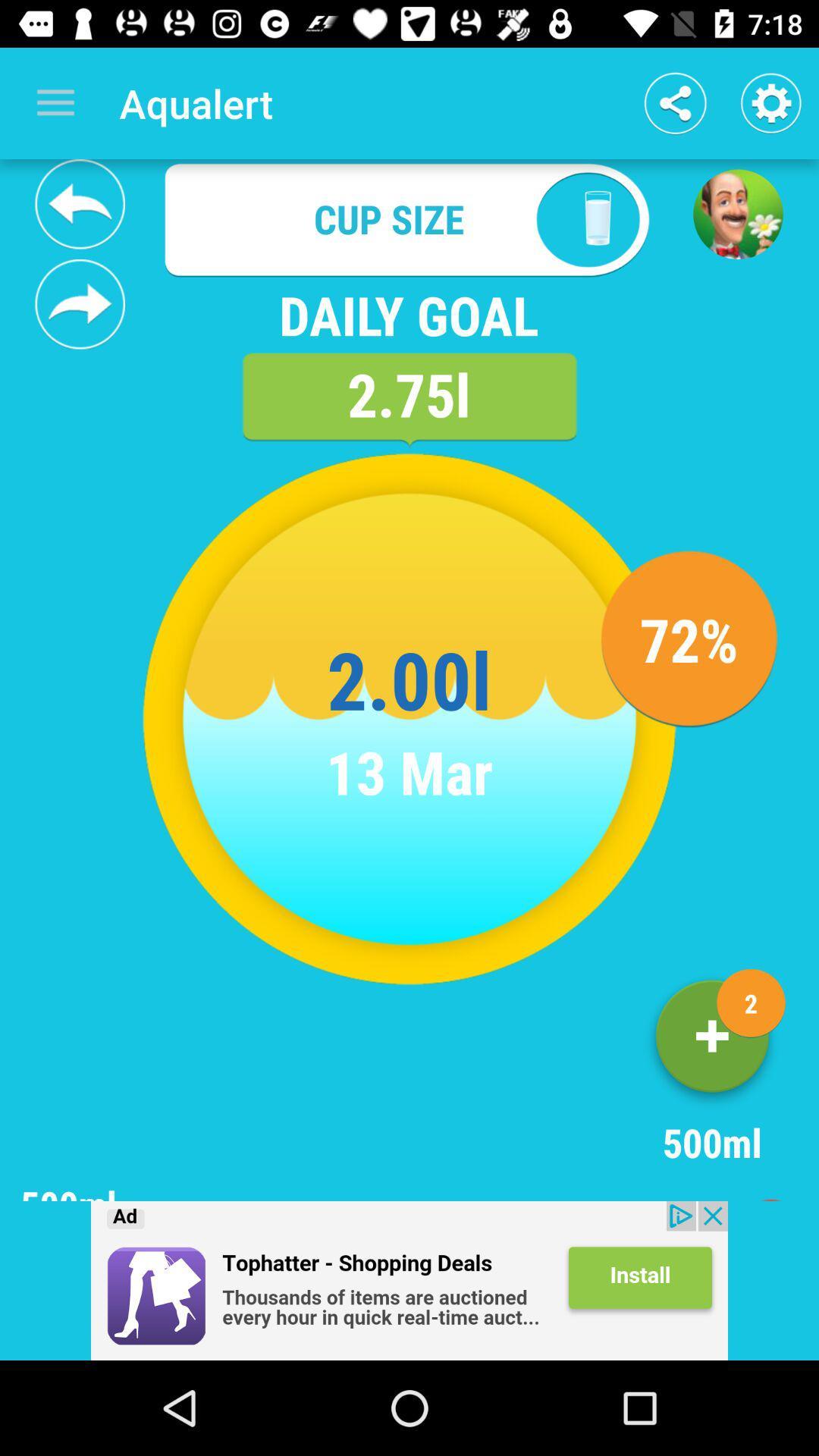  Describe the element at coordinates (80, 303) in the screenshot. I see `forward` at that location.